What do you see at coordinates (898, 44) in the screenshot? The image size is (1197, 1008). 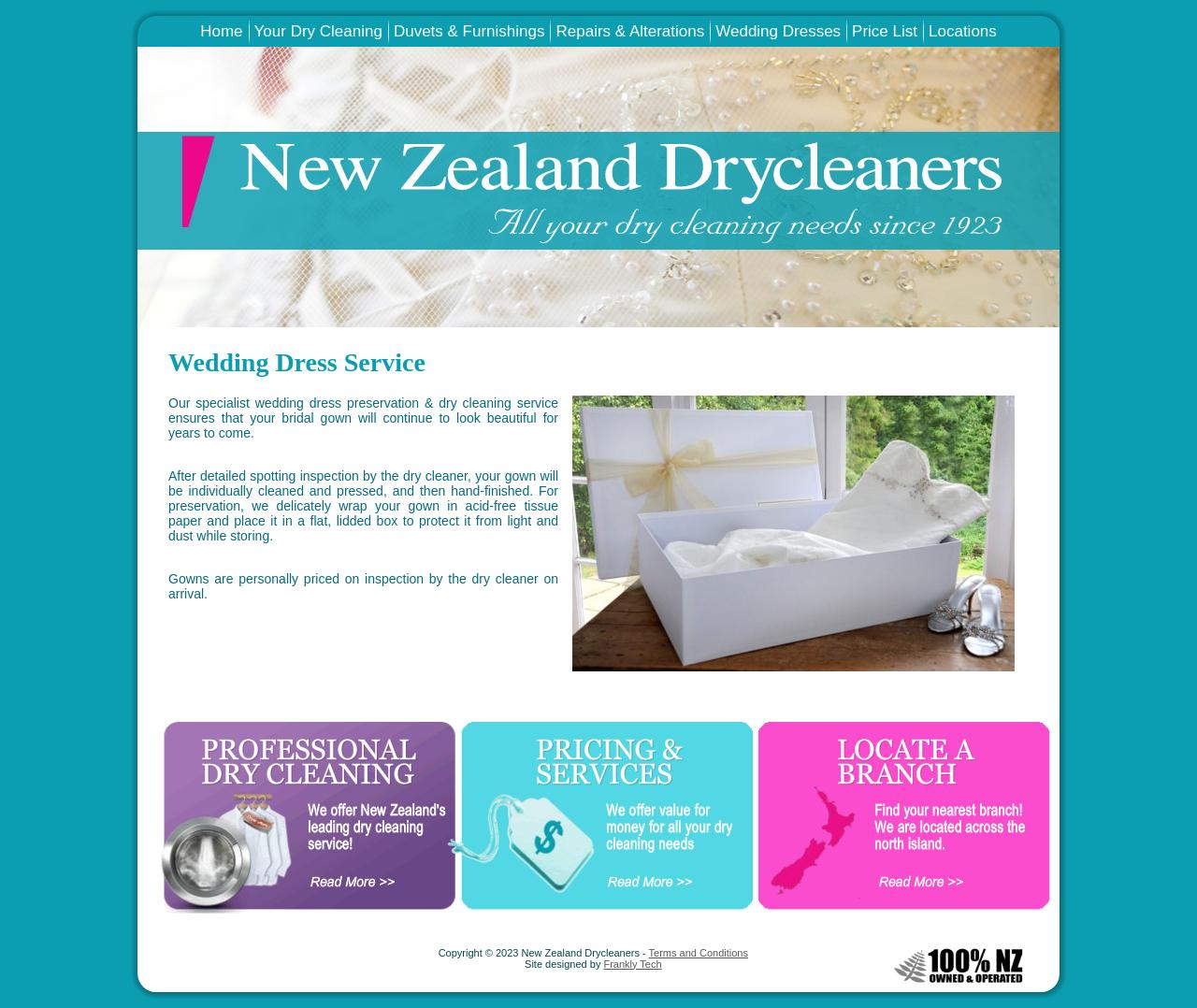 I see `'Hamilton Pricing'` at bounding box center [898, 44].